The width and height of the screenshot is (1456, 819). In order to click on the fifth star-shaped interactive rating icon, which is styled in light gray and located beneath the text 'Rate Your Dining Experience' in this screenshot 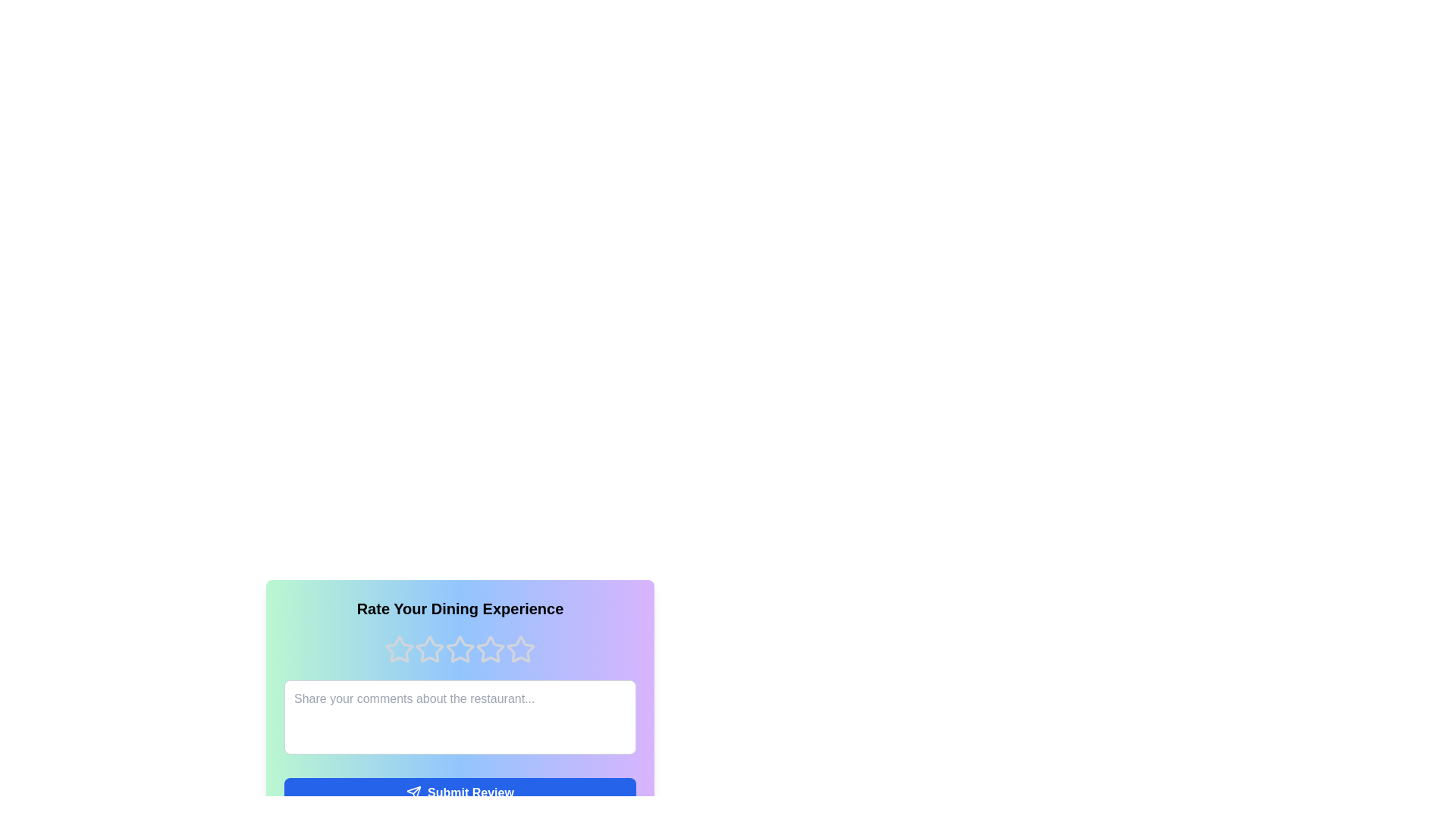, I will do `click(520, 648)`.